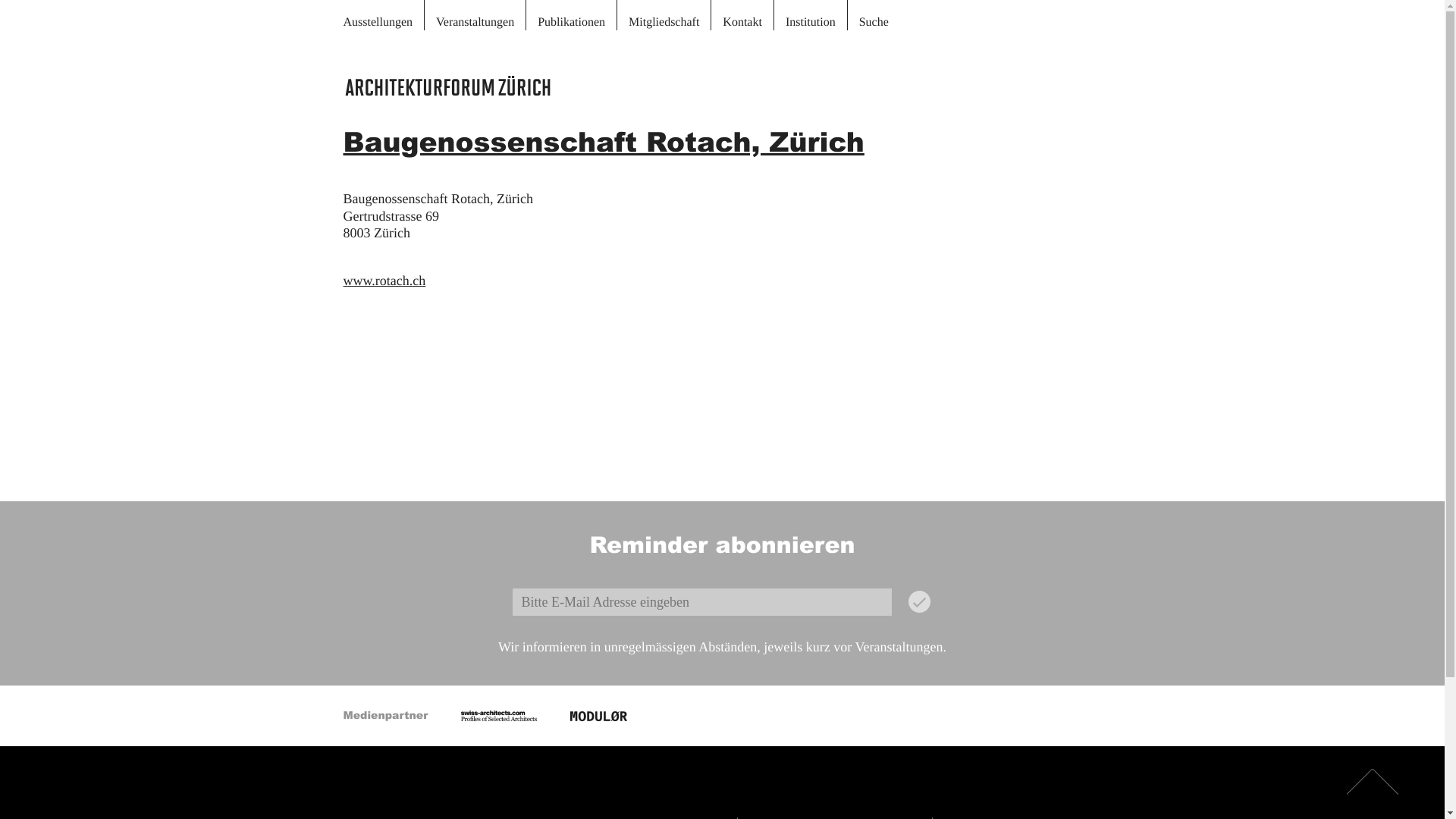 Image resolution: width=1456 pixels, height=819 pixels. What do you see at coordinates (874, 14) in the screenshot?
I see `'Suche'` at bounding box center [874, 14].